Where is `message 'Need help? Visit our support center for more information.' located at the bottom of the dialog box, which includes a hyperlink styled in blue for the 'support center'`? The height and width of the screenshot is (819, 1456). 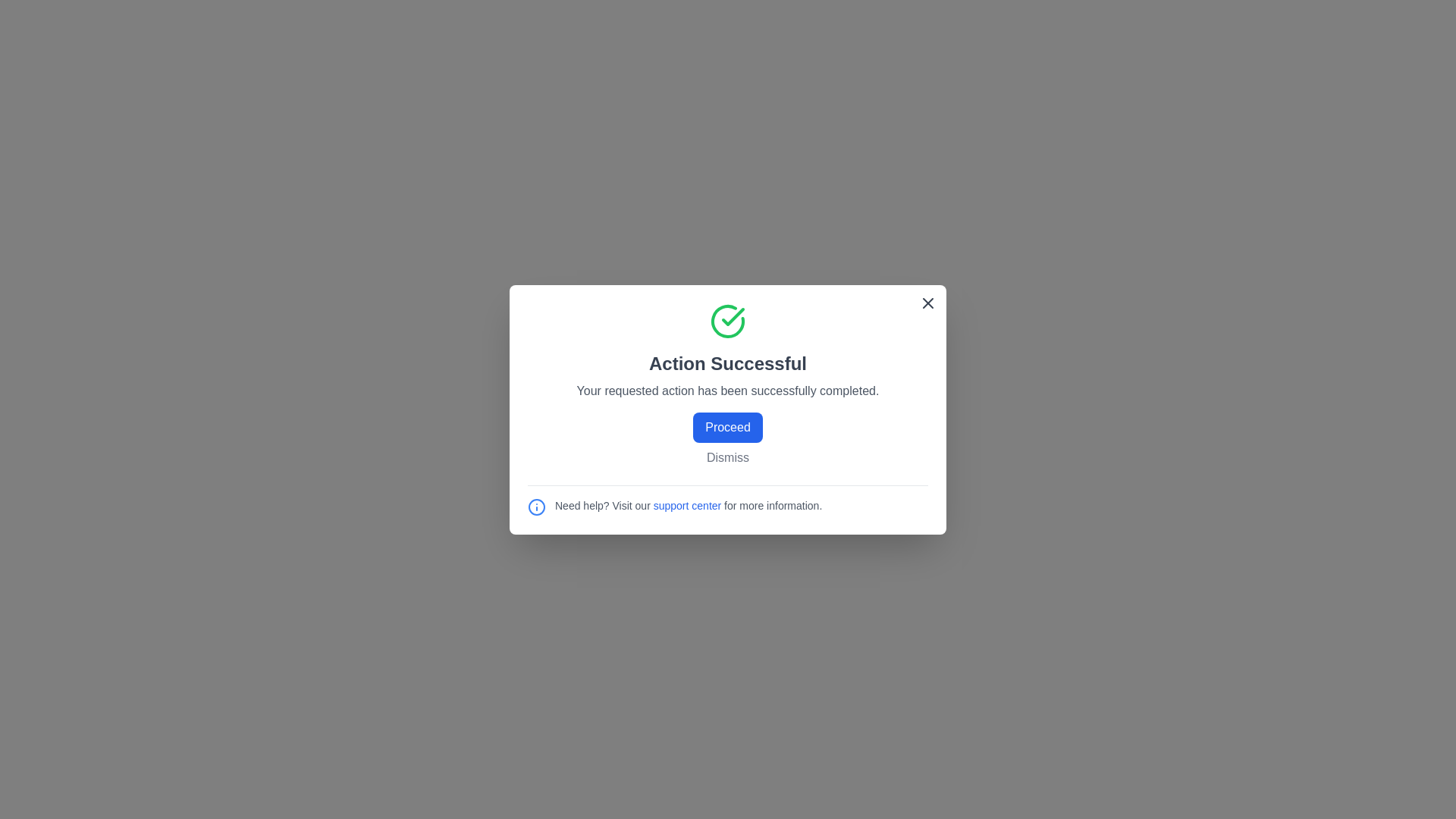 message 'Need help? Visit our support center for more information.' located at the bottom of the dialog box, which includes a hyperlink styled in blue for the 'support center' is located at coordinates (728, 500).